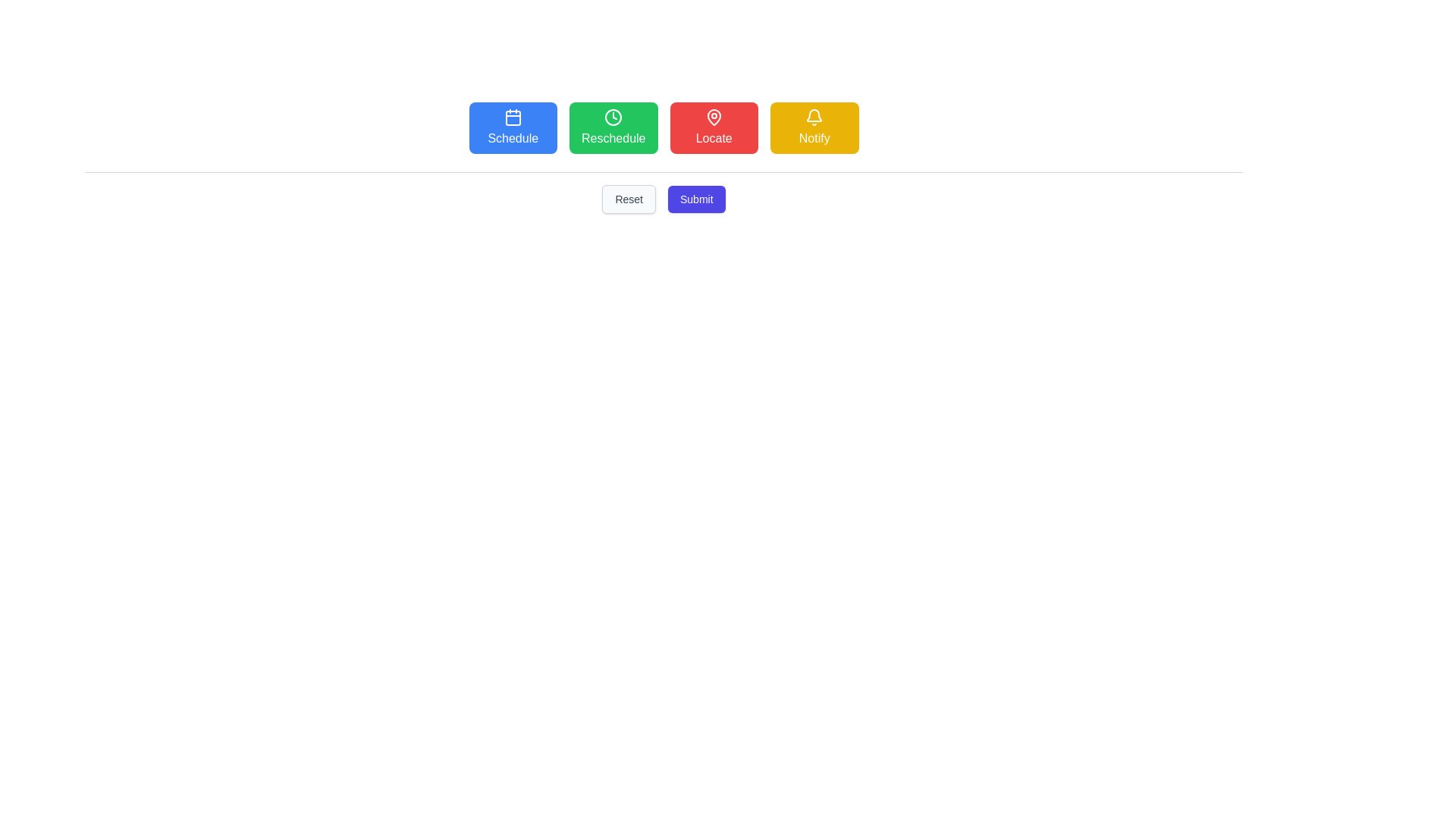 This screenshot has height=819, width=1456. I want to click on the notification trigger button, which is the fourth button in a horizontal row following the 'Schedule', 'Reschedule', and 'Locate' buttons, so click(814, 127).